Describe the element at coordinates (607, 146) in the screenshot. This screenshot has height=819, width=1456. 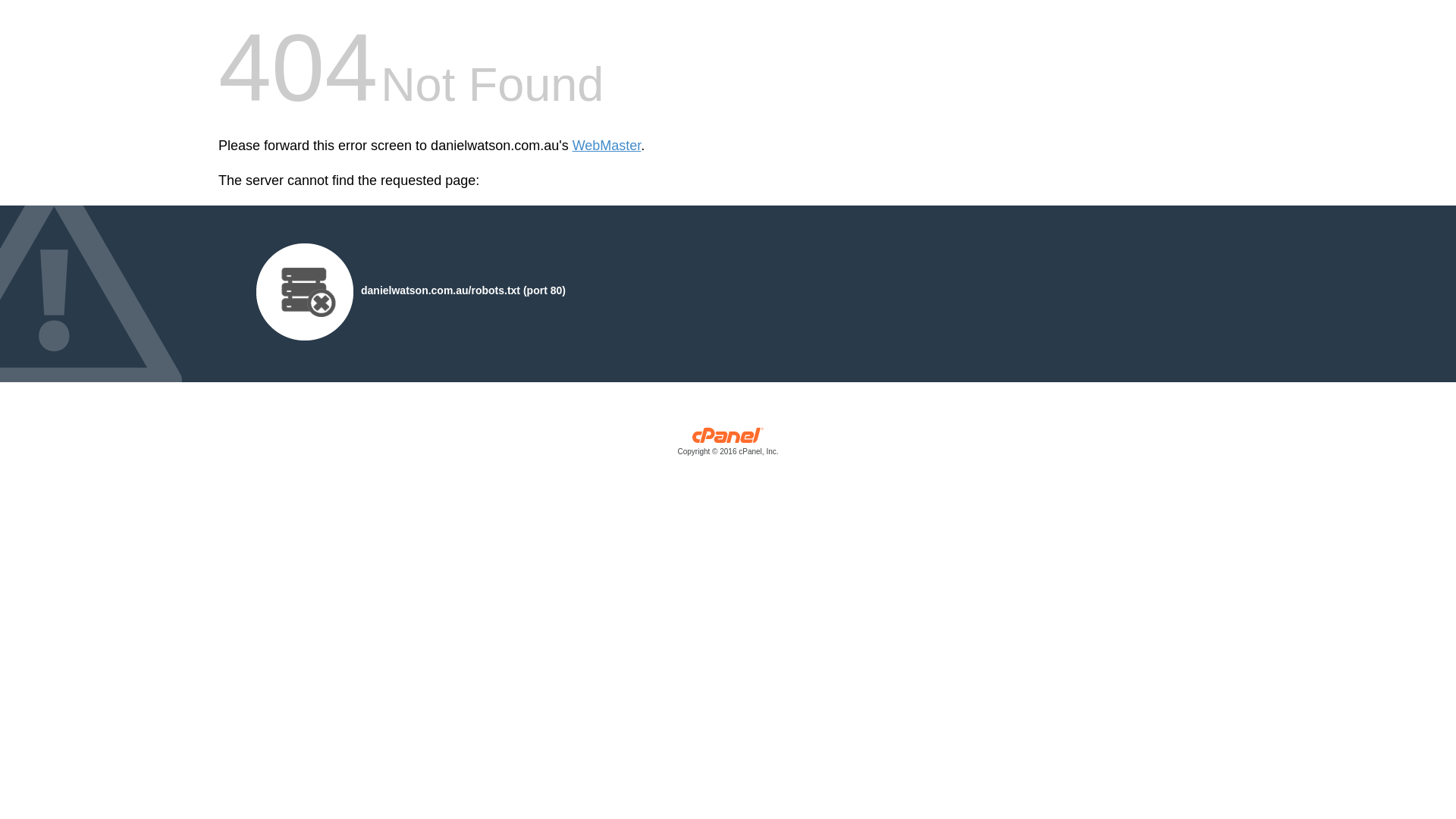
I see `'WebMaster'` at that location.